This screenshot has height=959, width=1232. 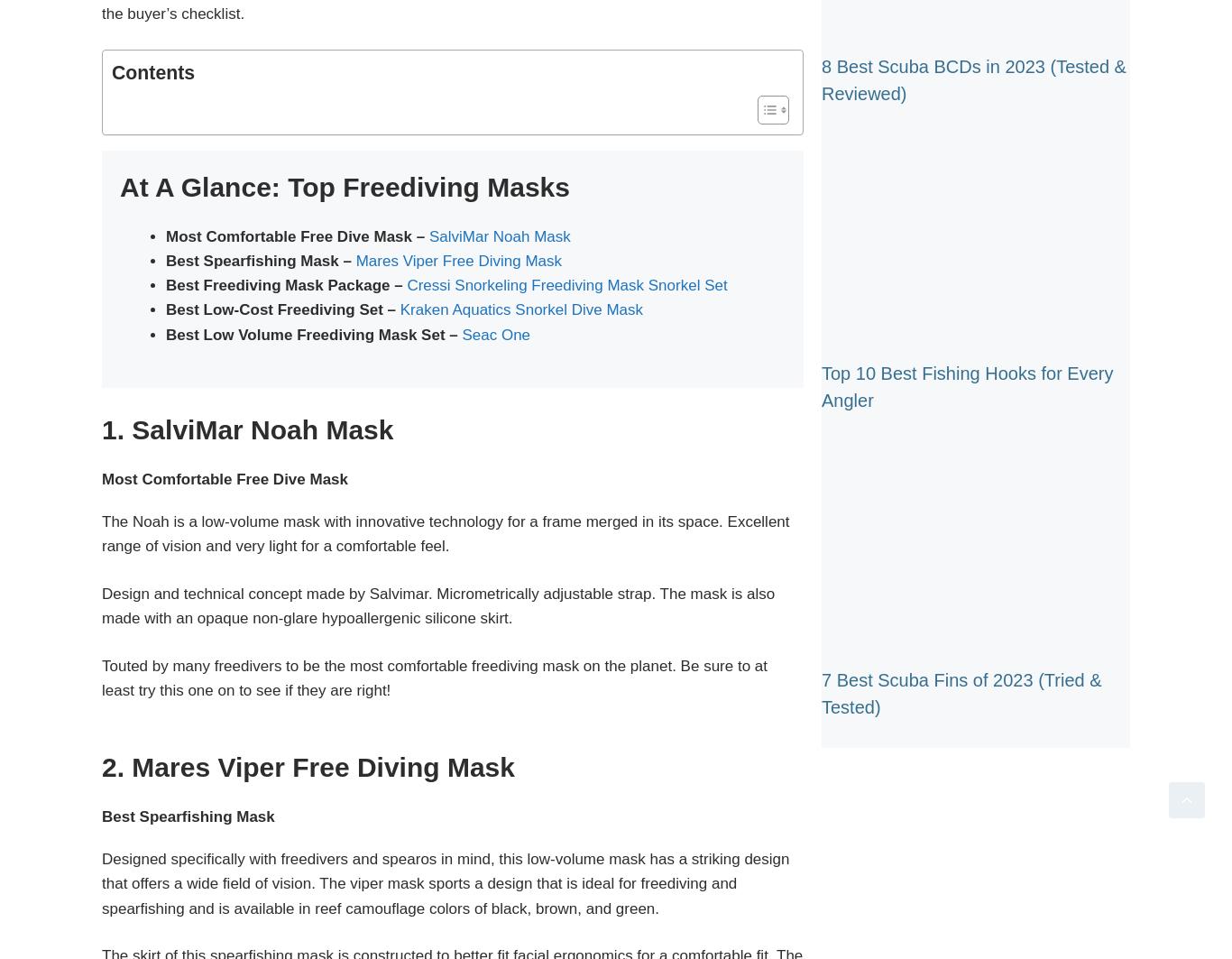 What do you see at coordinates (115, 429) in the screenshot?
I see `'1.'` at bounding box center [115, 429].